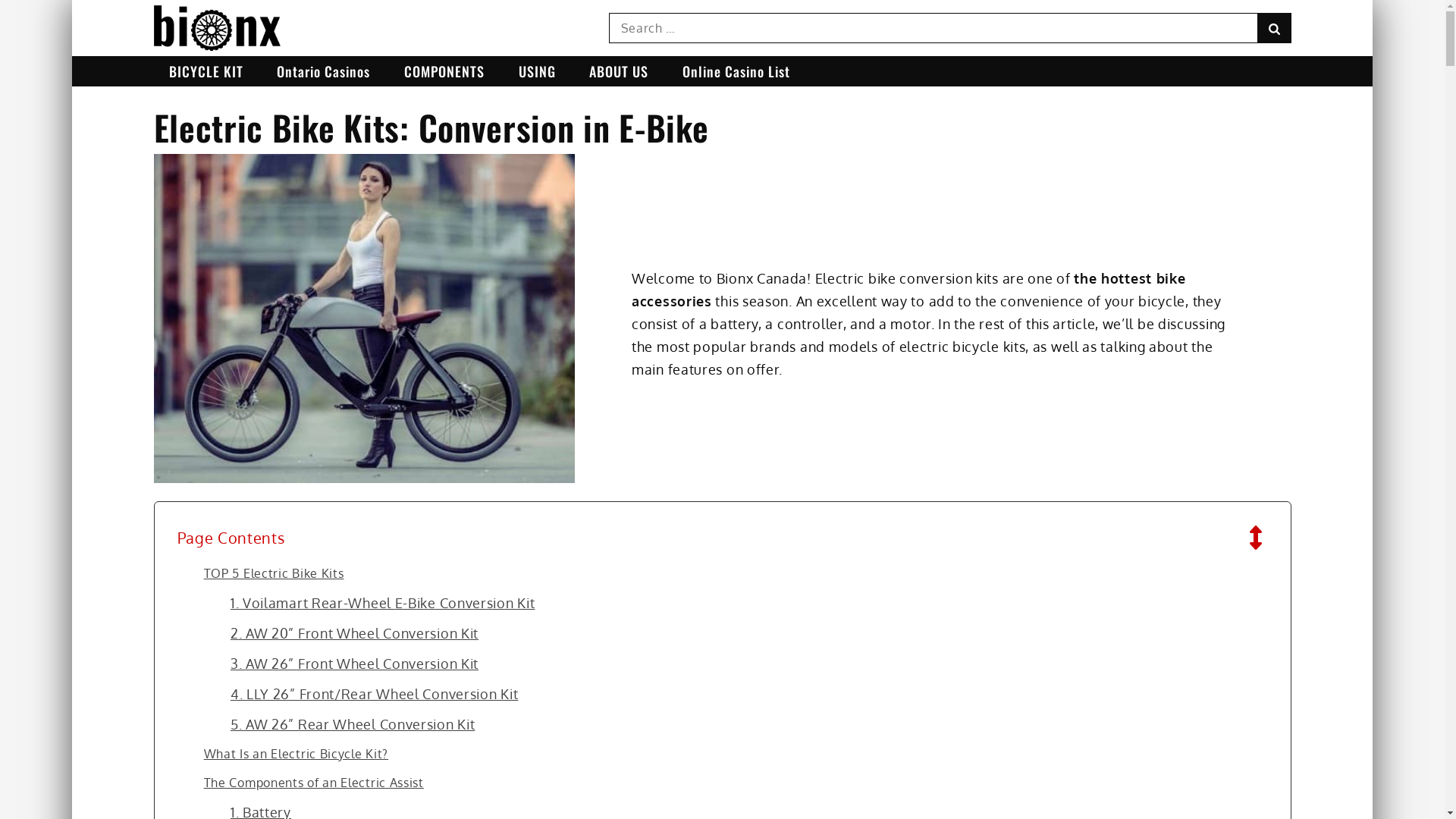 This screenshot has height=819, width=1456. I want to click on 'The Components of an Electric Assist', so click(312, 783).